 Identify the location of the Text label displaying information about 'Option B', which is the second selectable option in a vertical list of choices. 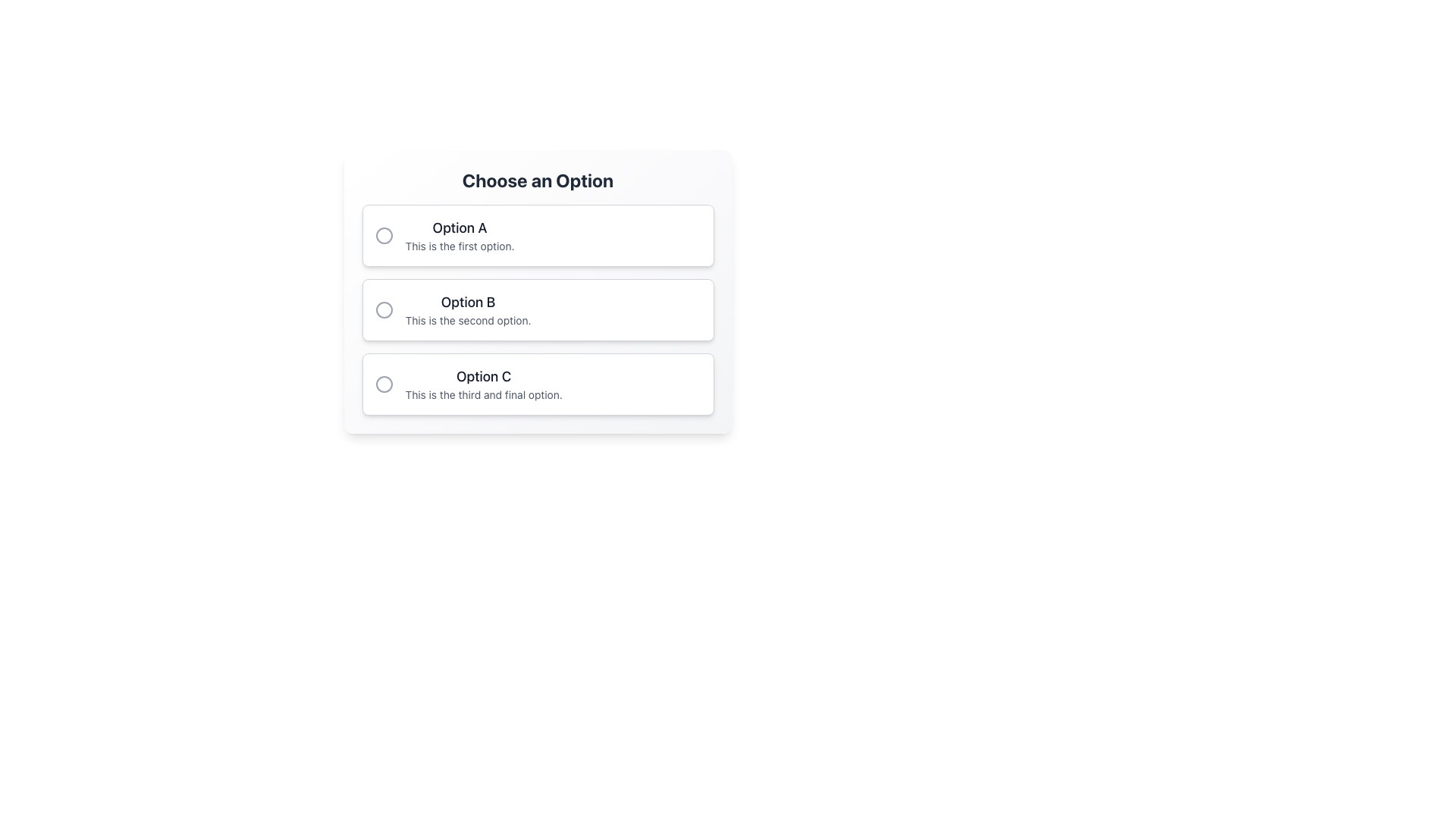
(467, 309).